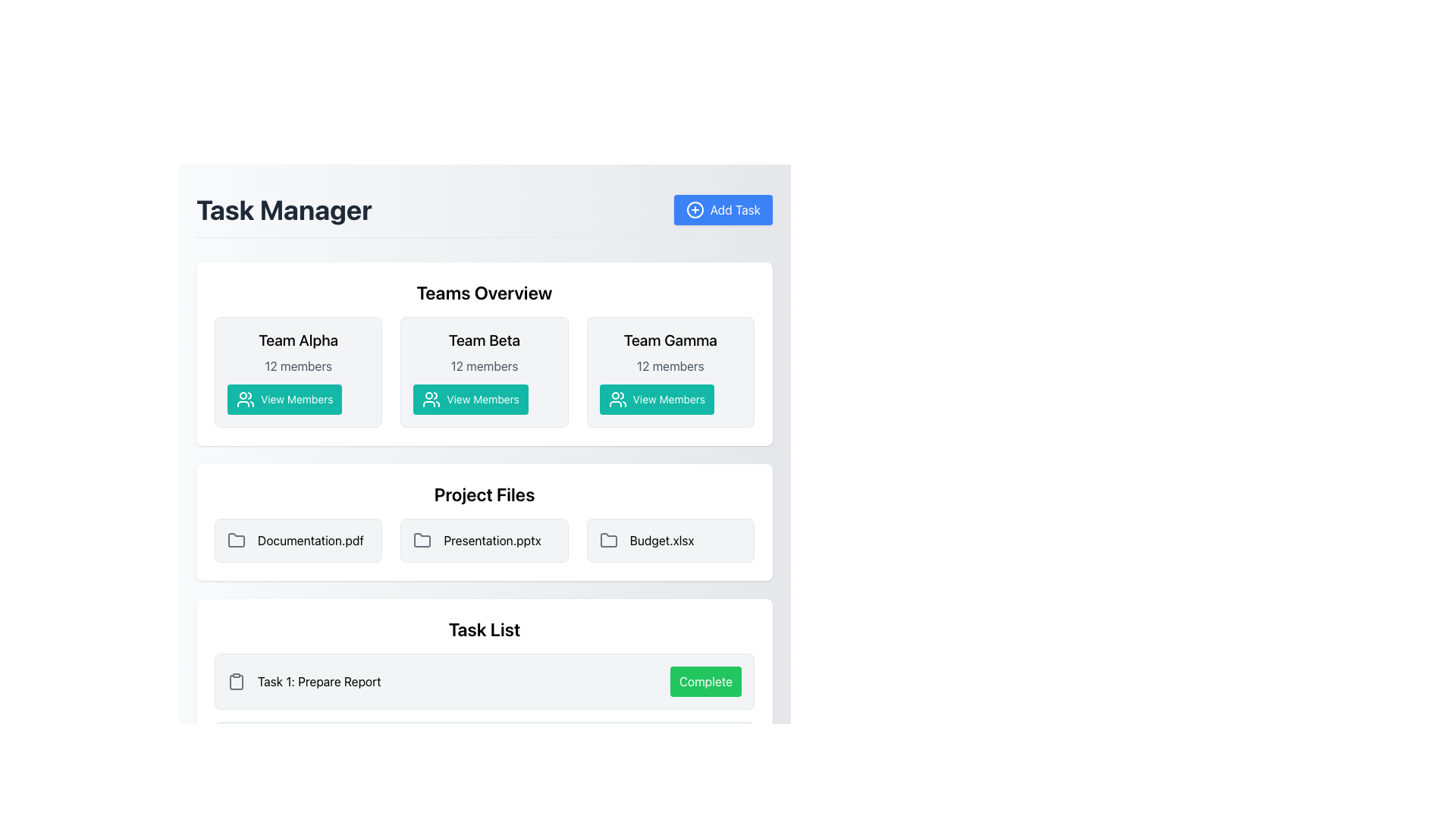 Image resolution: width=1456 pixels, height=819 pixels. Describe the element at coordinates (303, 680) in the screenshot. I see `the text label 'Task 1: Prepare Report' which is accompanied by a clipboard icon, located in the 'Task List' section of the interface` at that location.